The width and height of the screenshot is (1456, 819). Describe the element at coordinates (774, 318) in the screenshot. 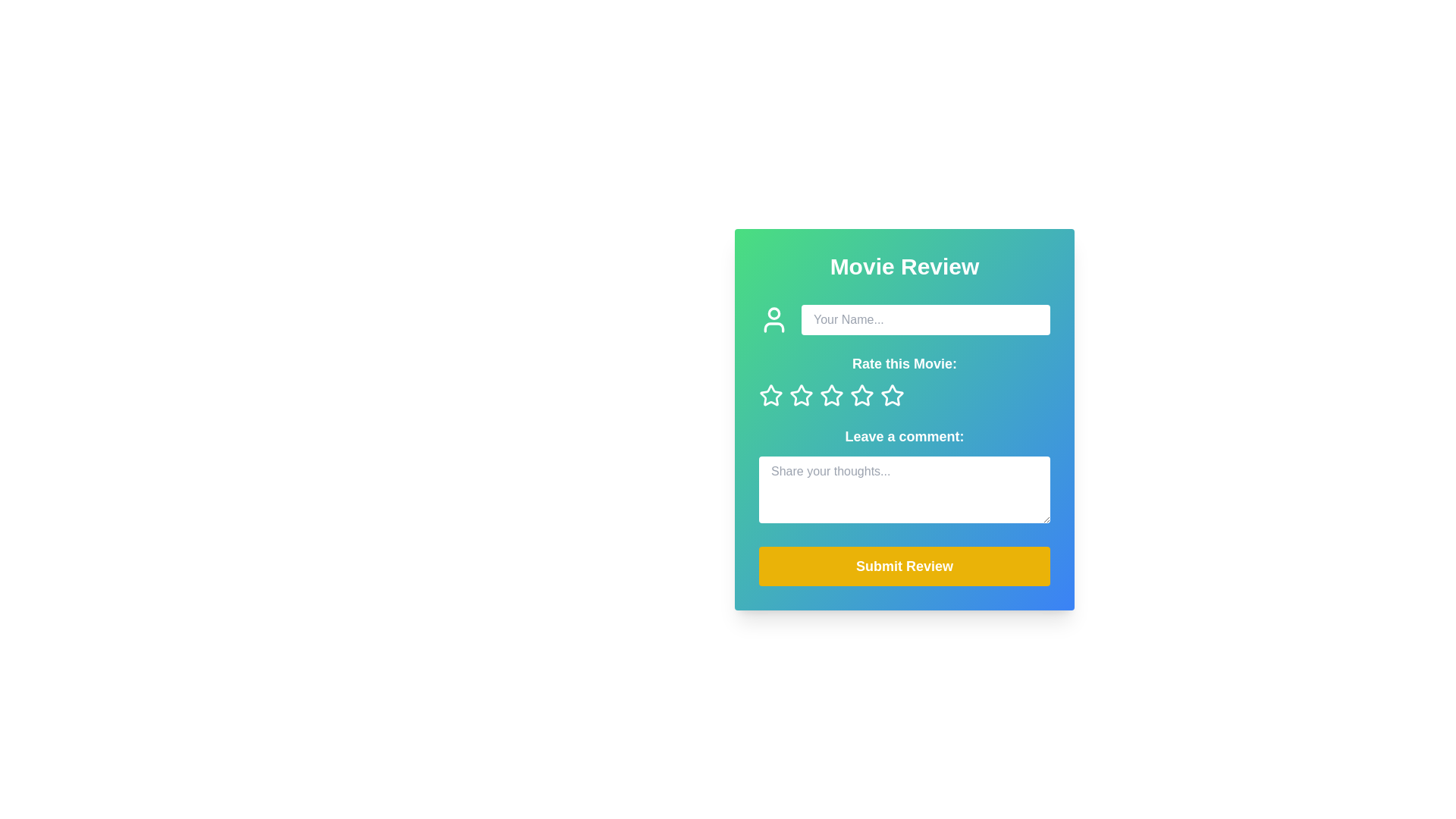

I see `the decorative user icon located on the left side of the form, preceding the text input field labeled 'Your Name...'` at that location.